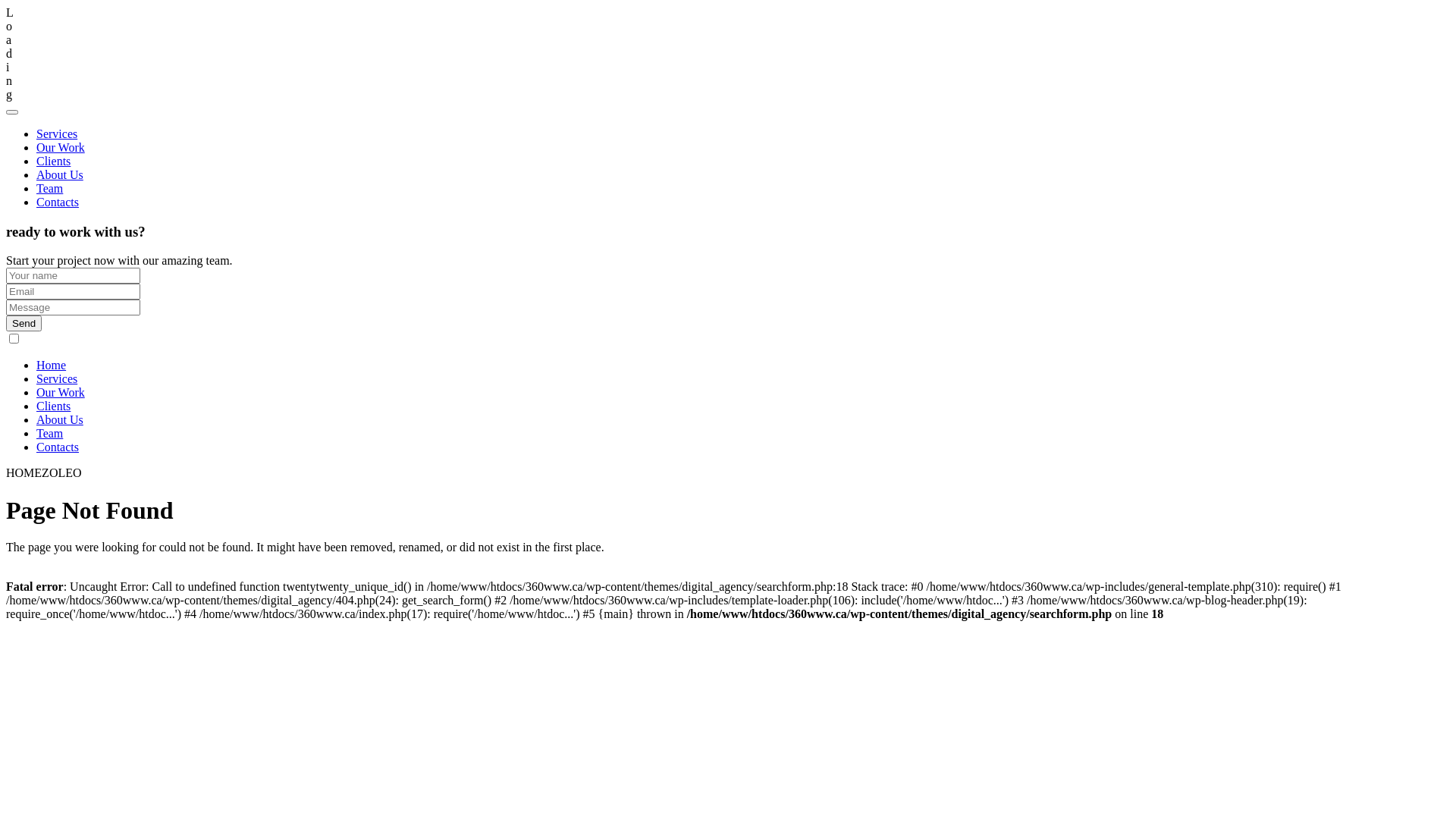 This screenshot has width=1456, height=819. Describe the element at coordinates (24, 322) in the screenshot. I see `'Send'` at that location.